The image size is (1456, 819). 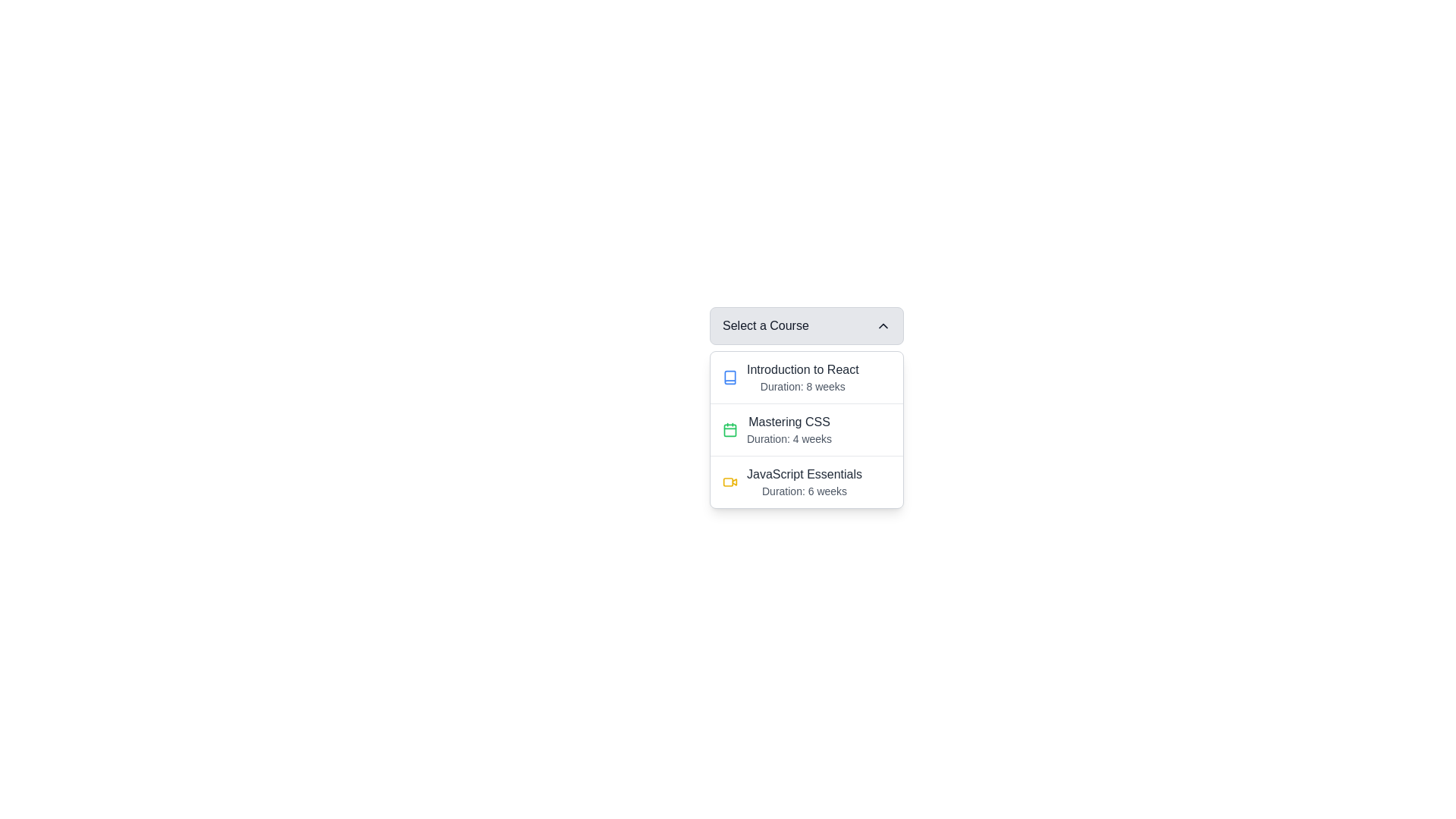 What do you see at coordinates (803, 482) in the screenshot?
I see `the Label displaying 'JavaScript Essentials'` at bounding box center [803, 482].